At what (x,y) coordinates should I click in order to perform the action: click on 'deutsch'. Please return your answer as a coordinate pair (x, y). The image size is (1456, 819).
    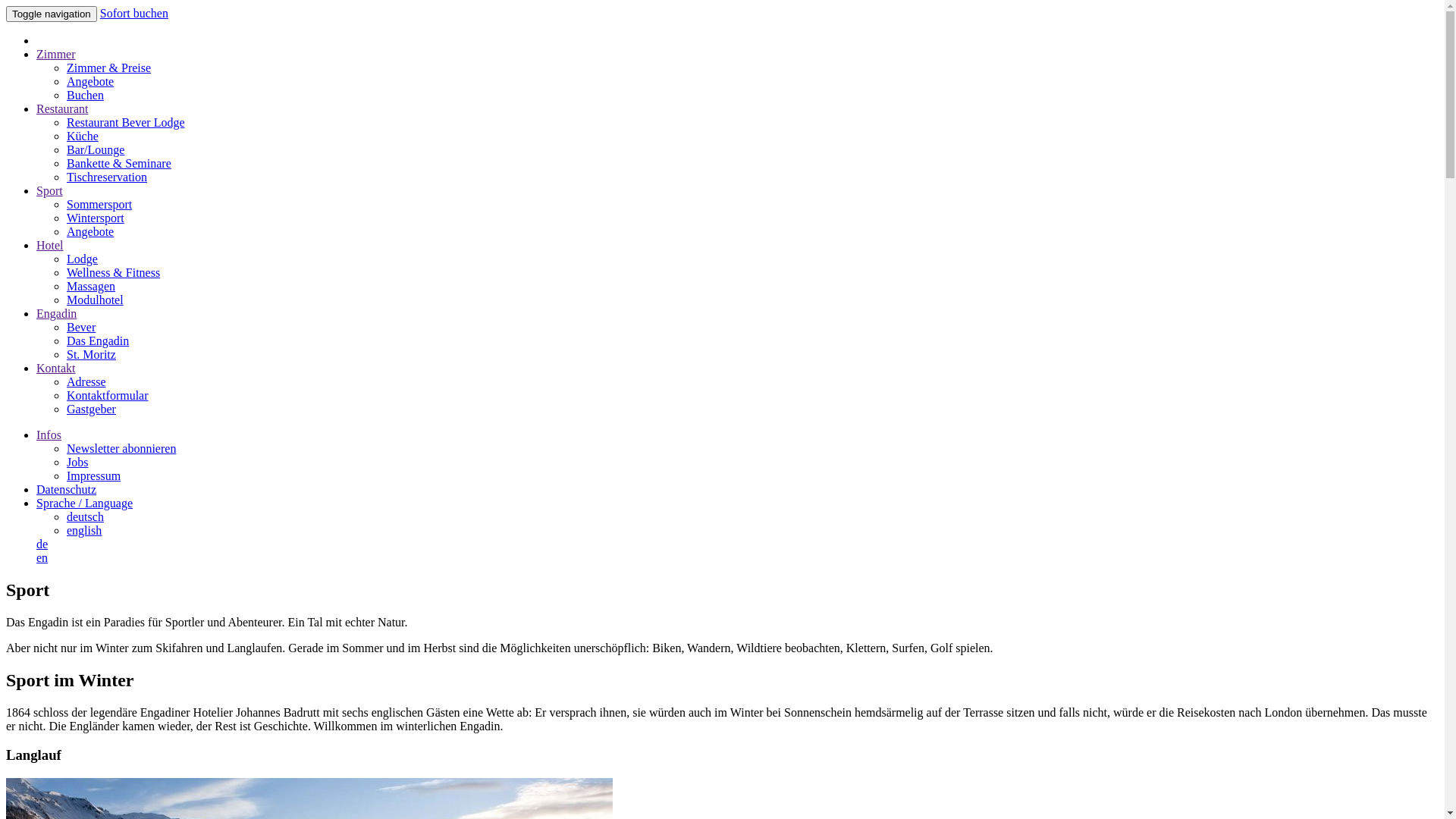
    Looking at the image, I should click on (84, 516).